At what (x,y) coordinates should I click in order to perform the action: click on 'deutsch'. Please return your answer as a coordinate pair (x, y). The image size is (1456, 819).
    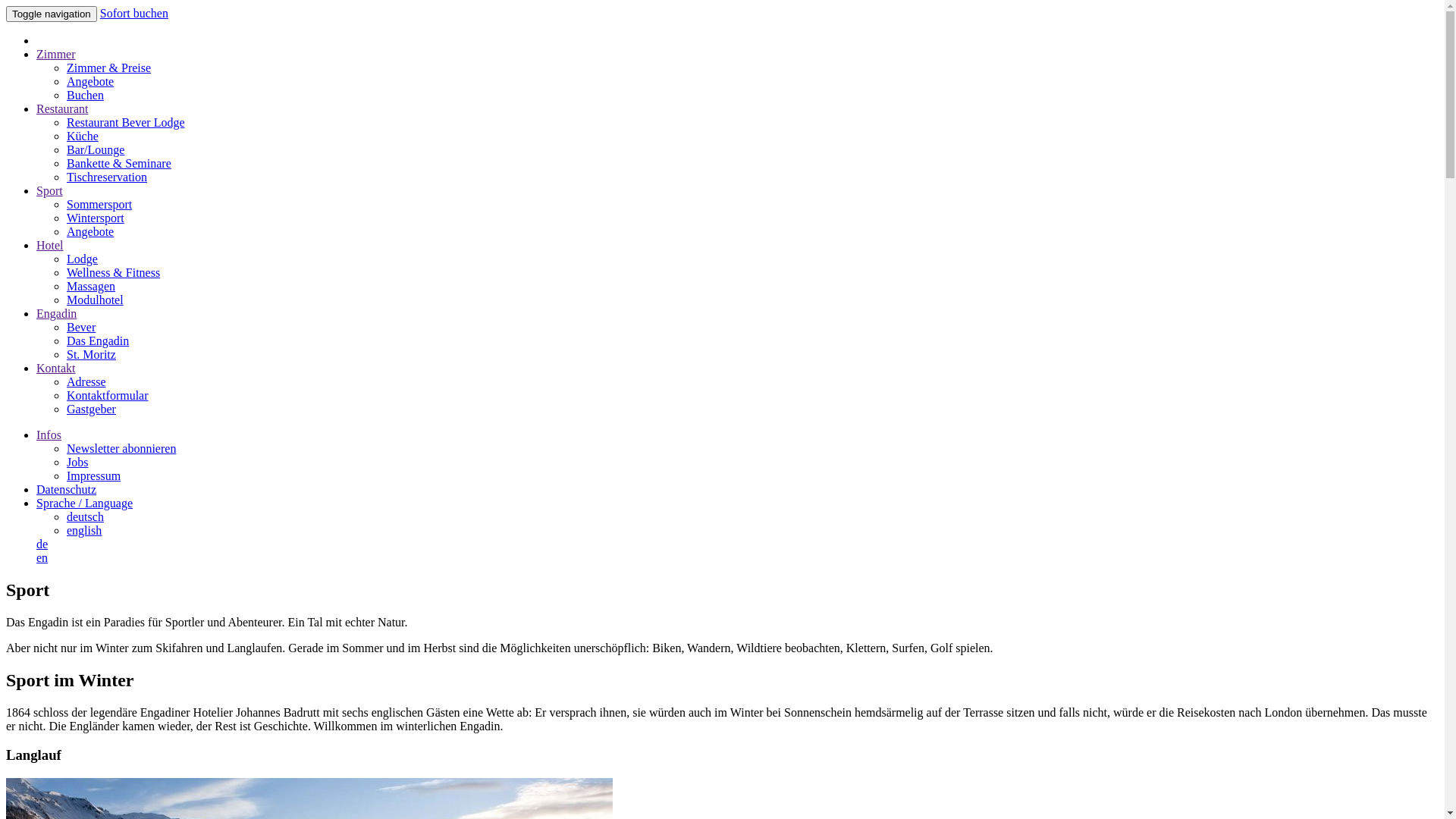
    Looking at the image, I should click on (84, 516).